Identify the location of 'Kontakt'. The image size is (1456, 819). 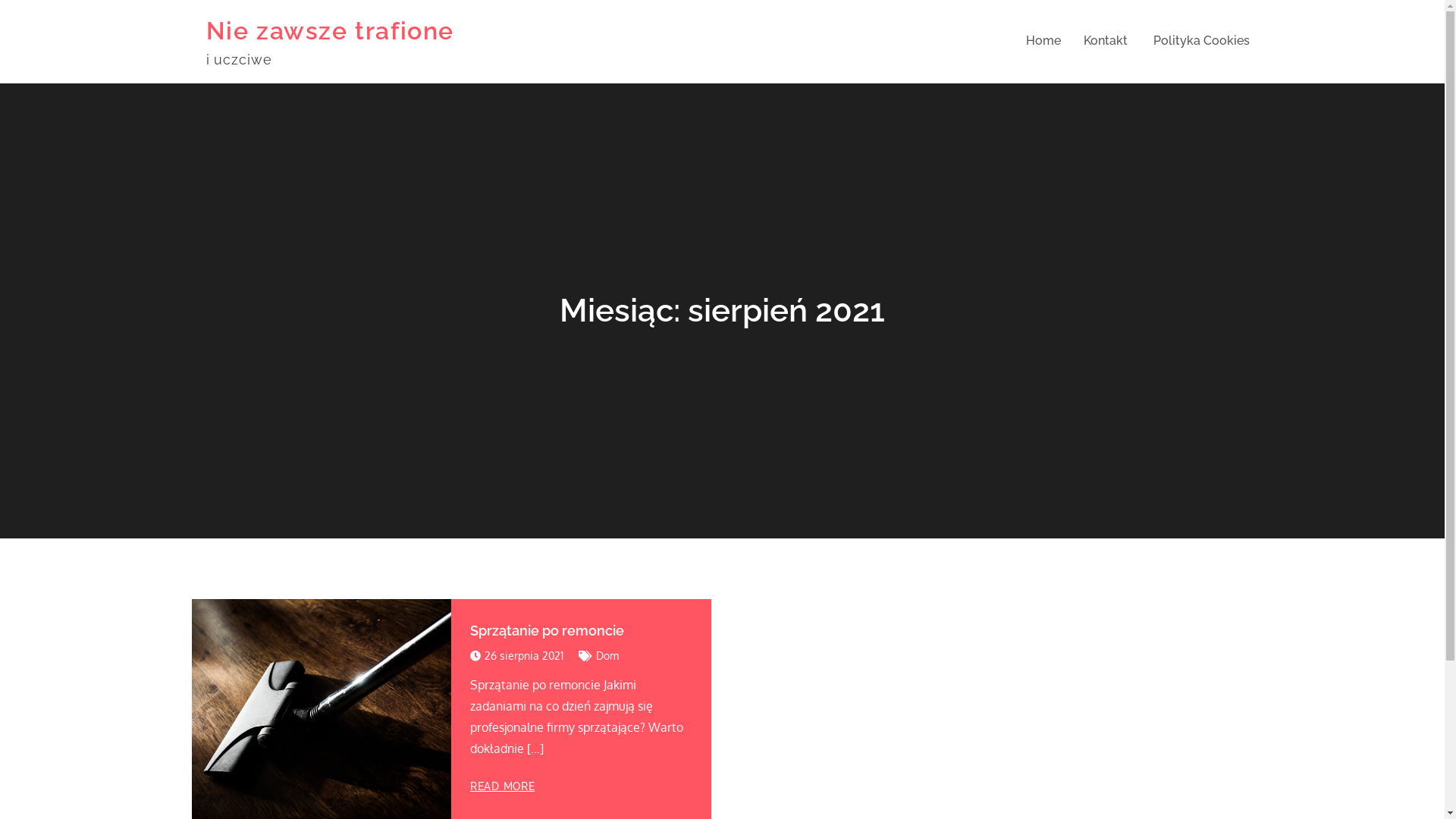
(1105, 40).